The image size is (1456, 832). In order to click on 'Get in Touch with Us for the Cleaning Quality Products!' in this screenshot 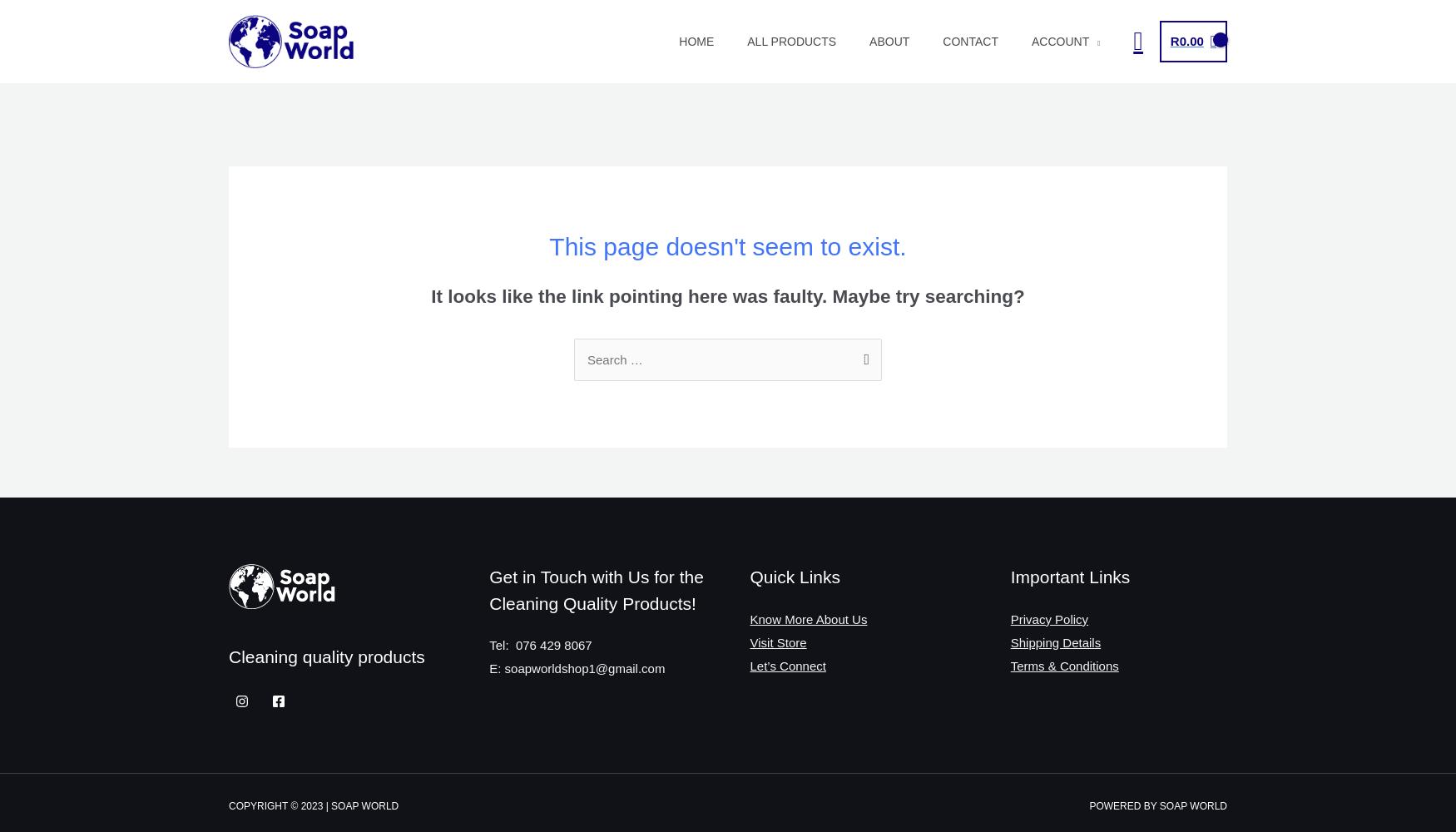, I will do `click(596, 589)`.